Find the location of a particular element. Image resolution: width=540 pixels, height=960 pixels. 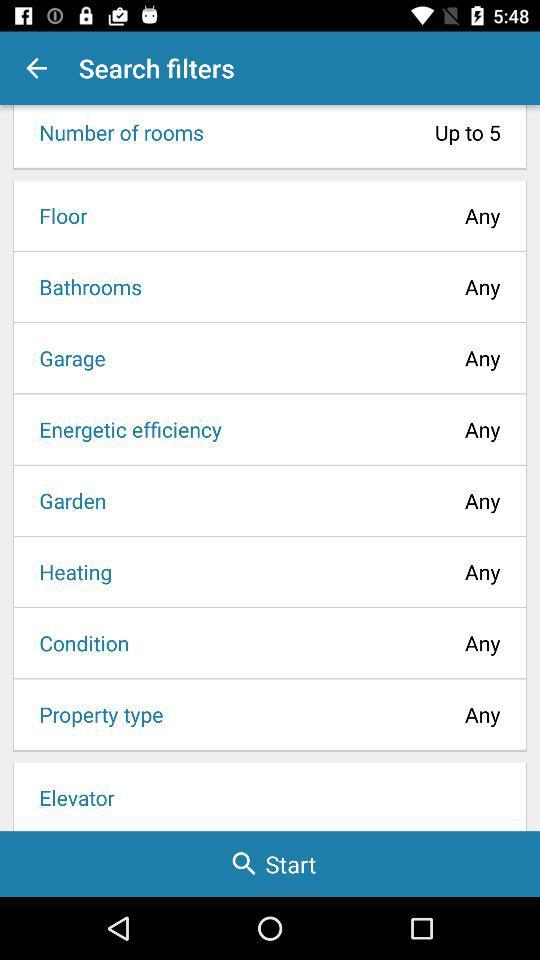

item to the left of search filters item is located at coordinates (36, 68).